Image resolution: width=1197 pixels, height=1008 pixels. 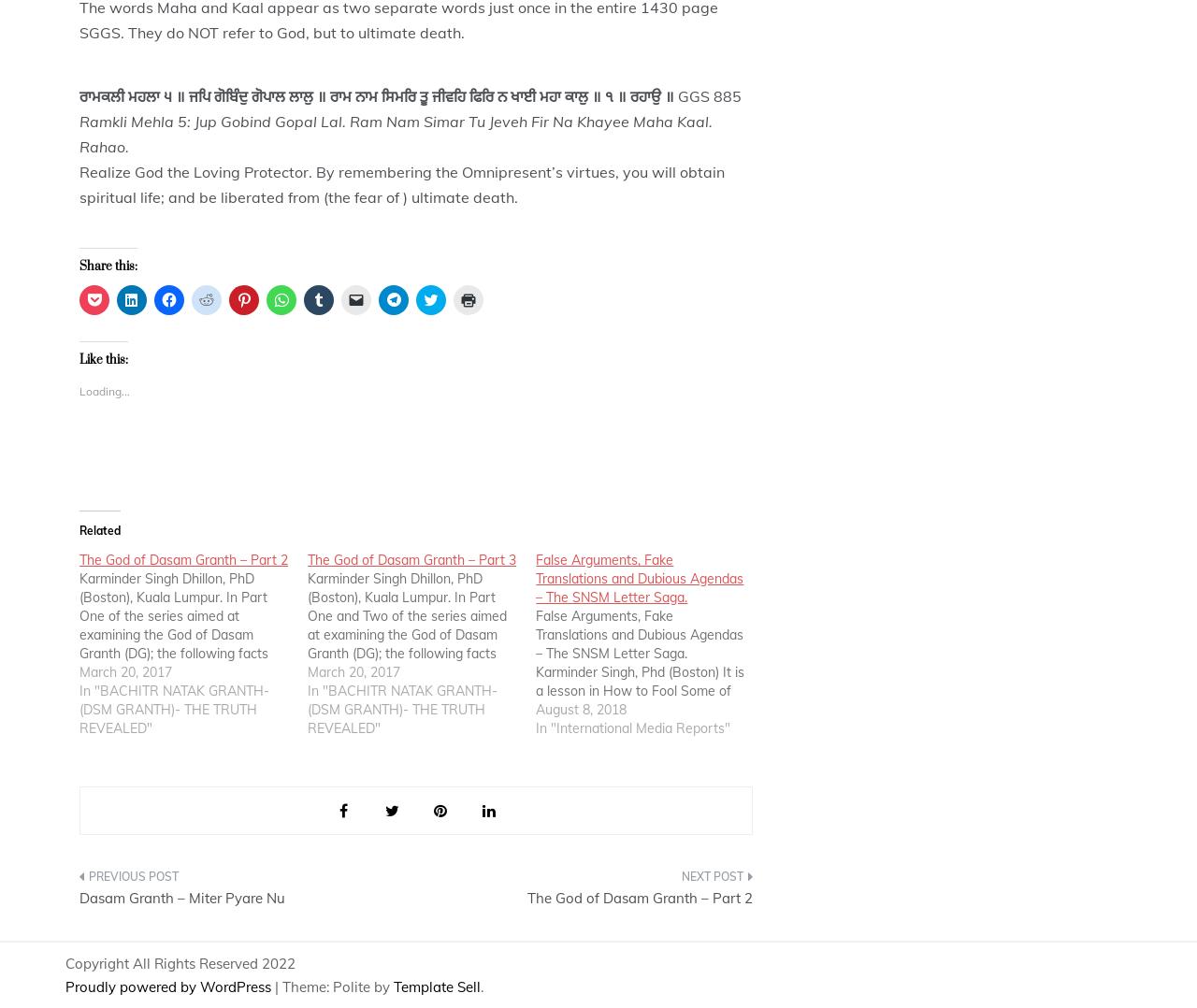 I want to click on 'Share this:', so click(x=107, y=266).